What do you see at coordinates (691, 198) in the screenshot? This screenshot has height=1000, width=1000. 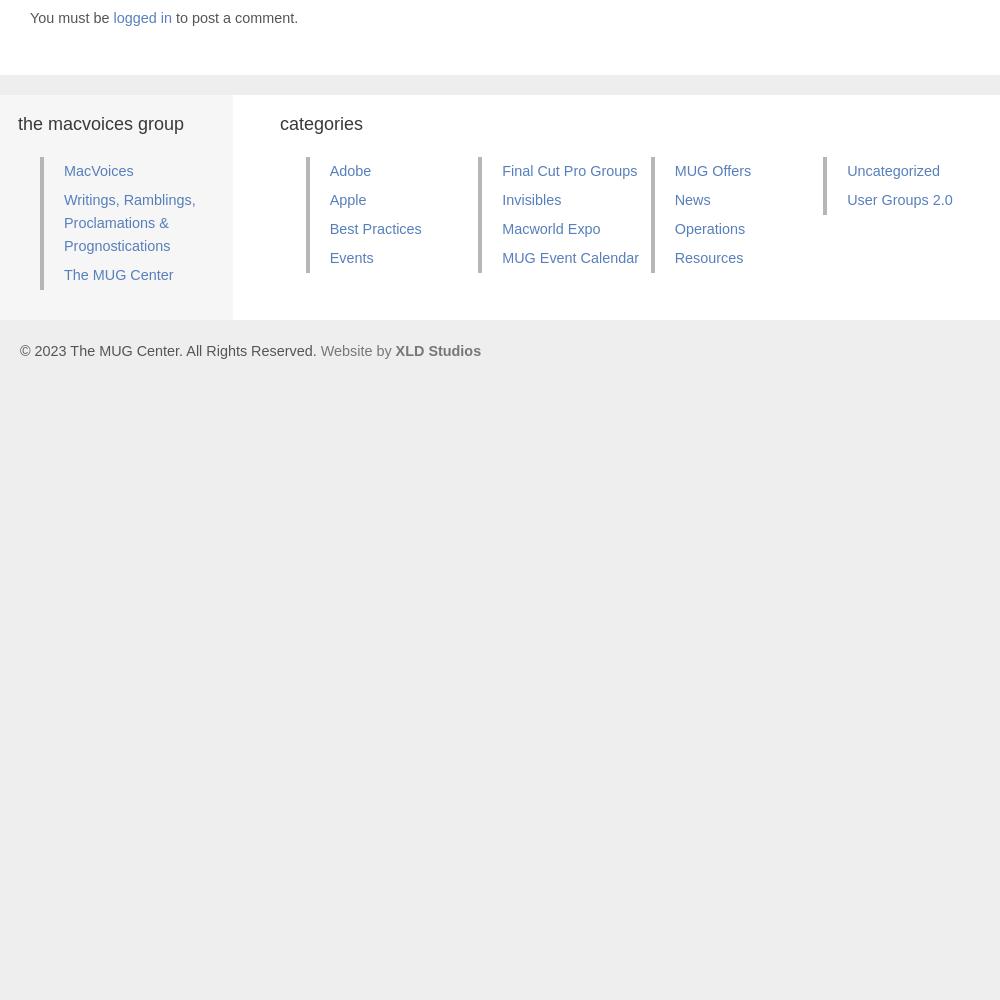 I see `'News'` at bounding box center [691, 198].